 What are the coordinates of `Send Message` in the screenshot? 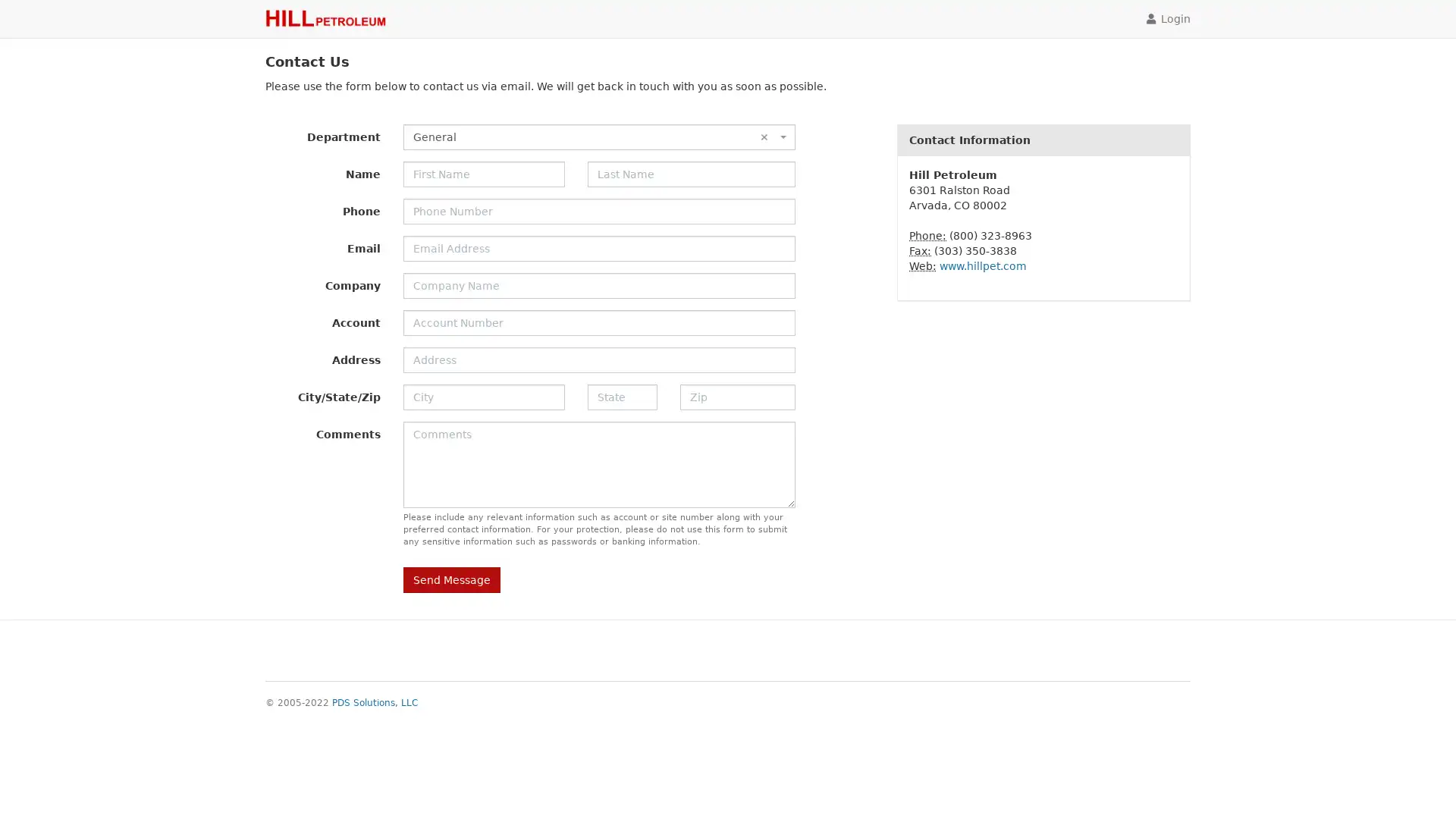 It's located at (450, 579).